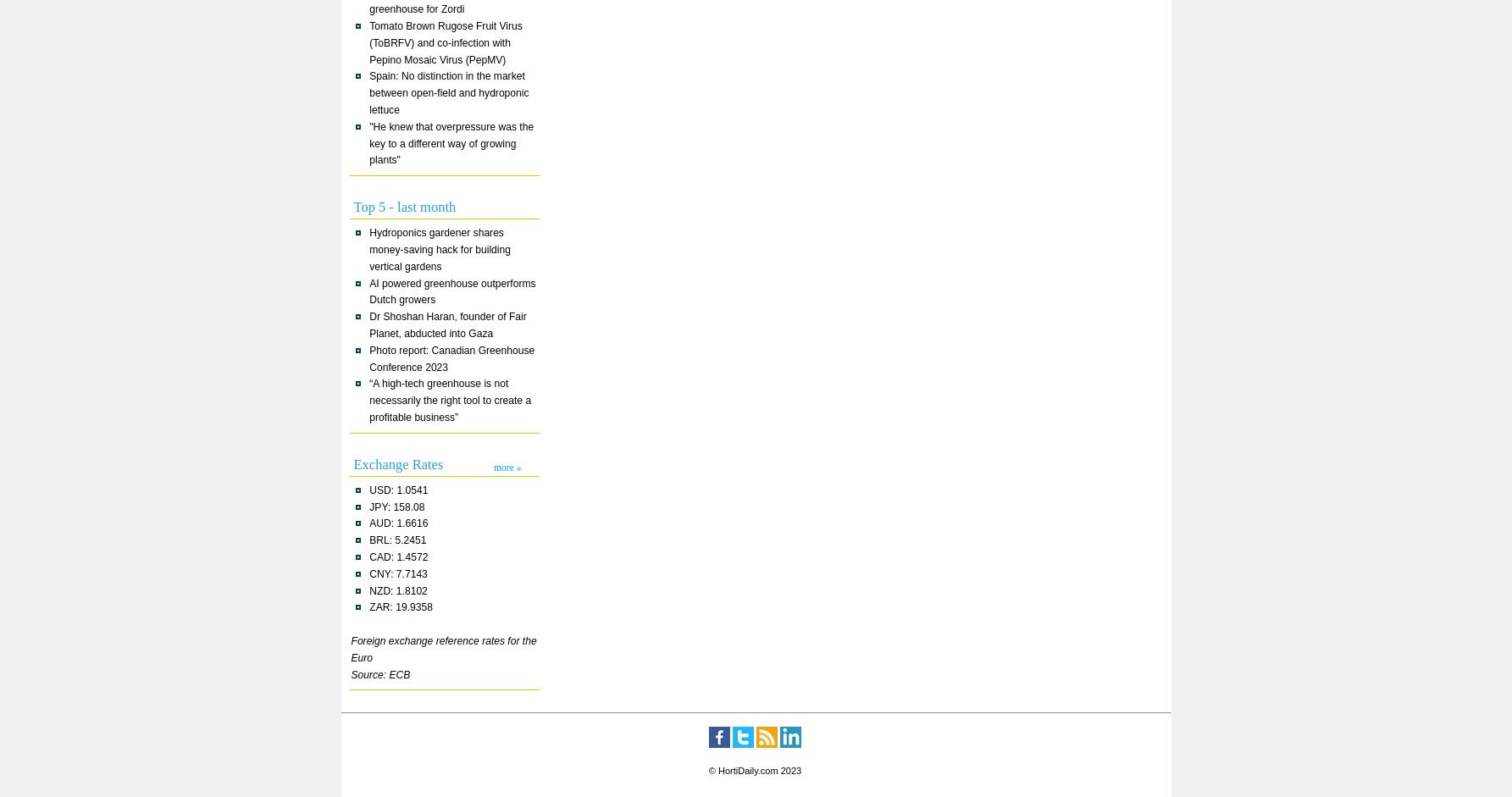 The image size is (1512, 797). Describe the element at coordinates (396, 540) in the screenshot. I see `'BRL: 5.2451'` at that location.